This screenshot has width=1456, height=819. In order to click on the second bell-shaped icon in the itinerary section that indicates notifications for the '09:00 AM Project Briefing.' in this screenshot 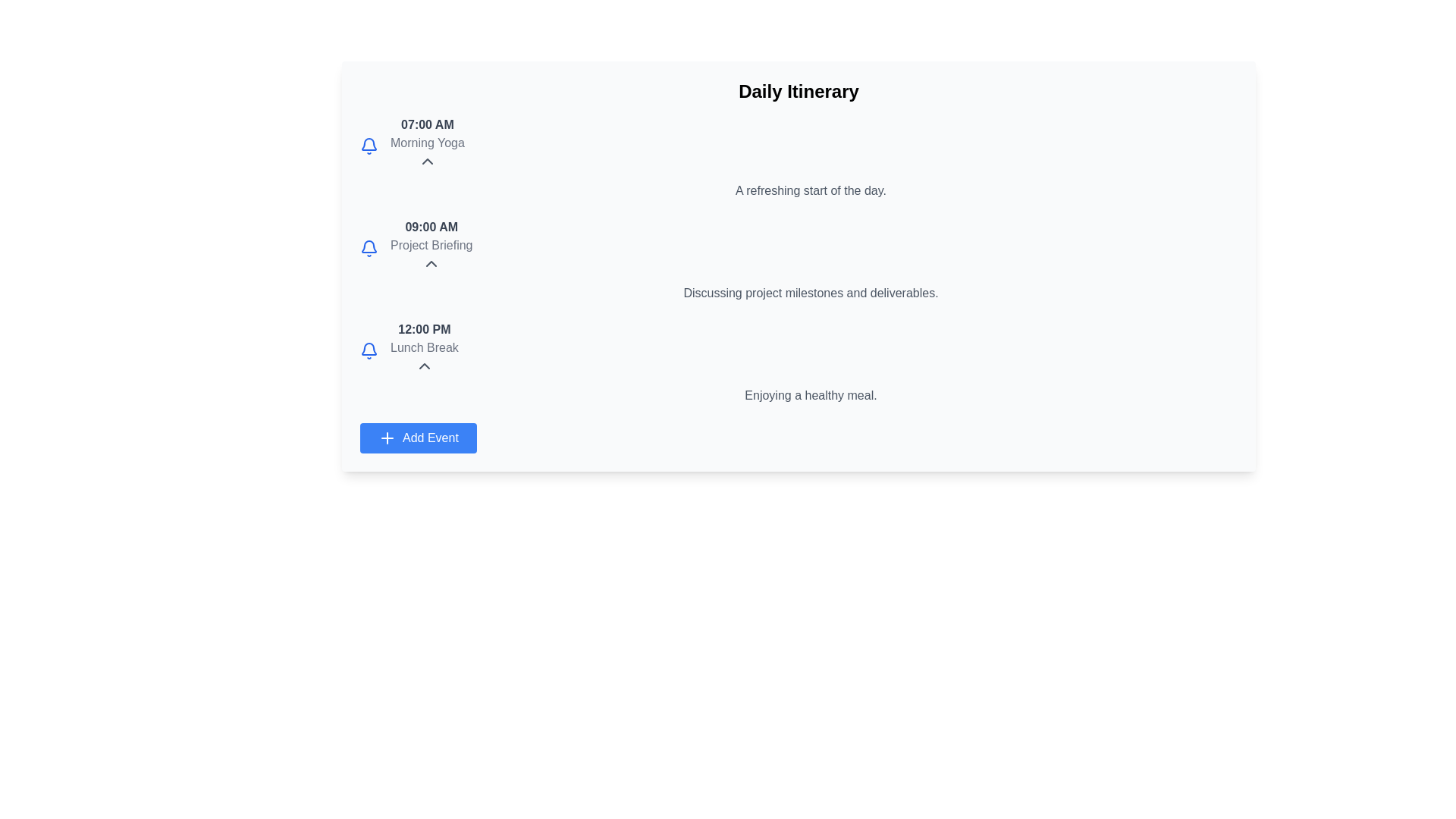, I will do `click(369, 247)`.